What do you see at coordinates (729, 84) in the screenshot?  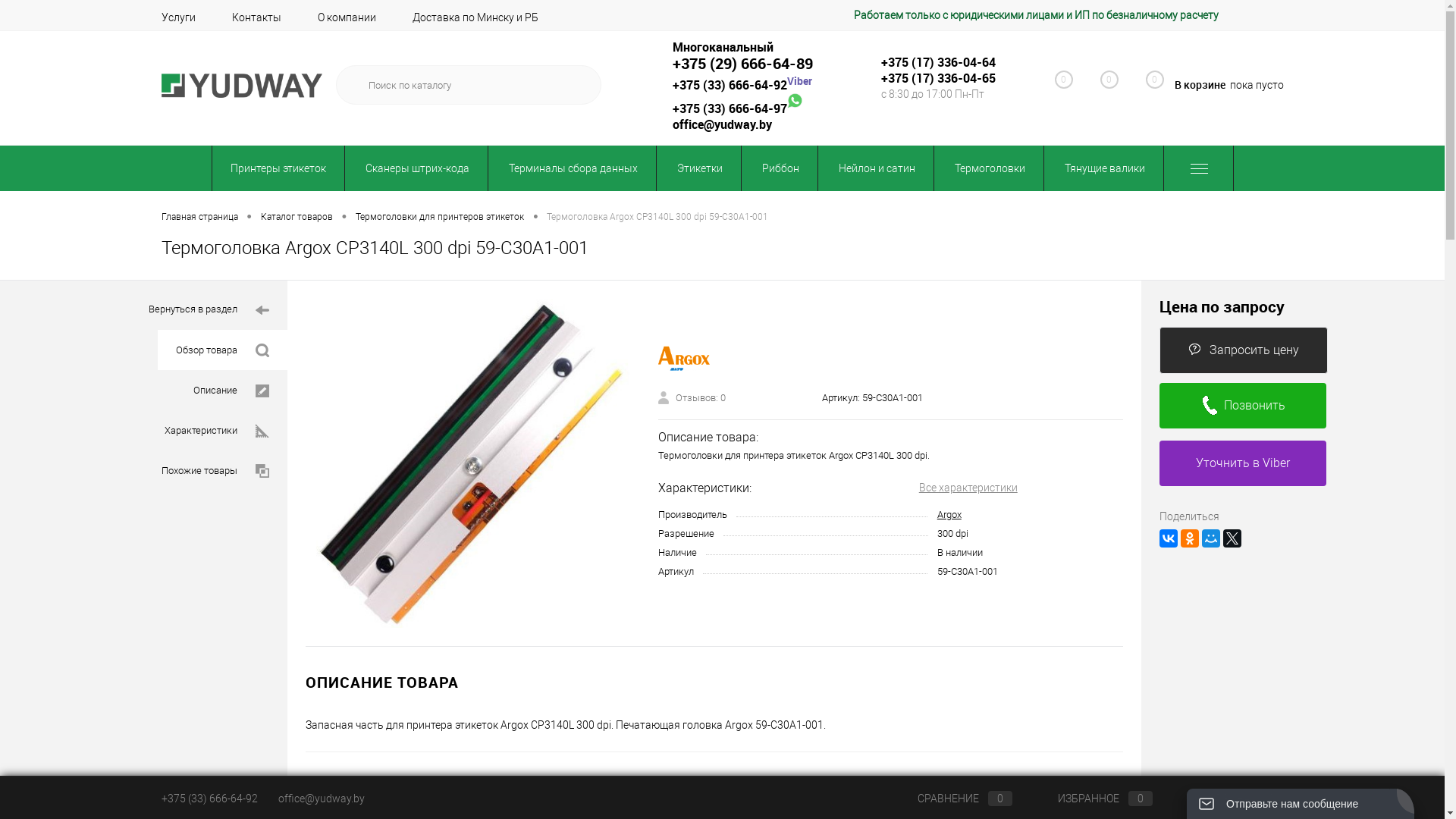 I see `'+375 (33) 666-64-92'` at bounding box center [729, 84].